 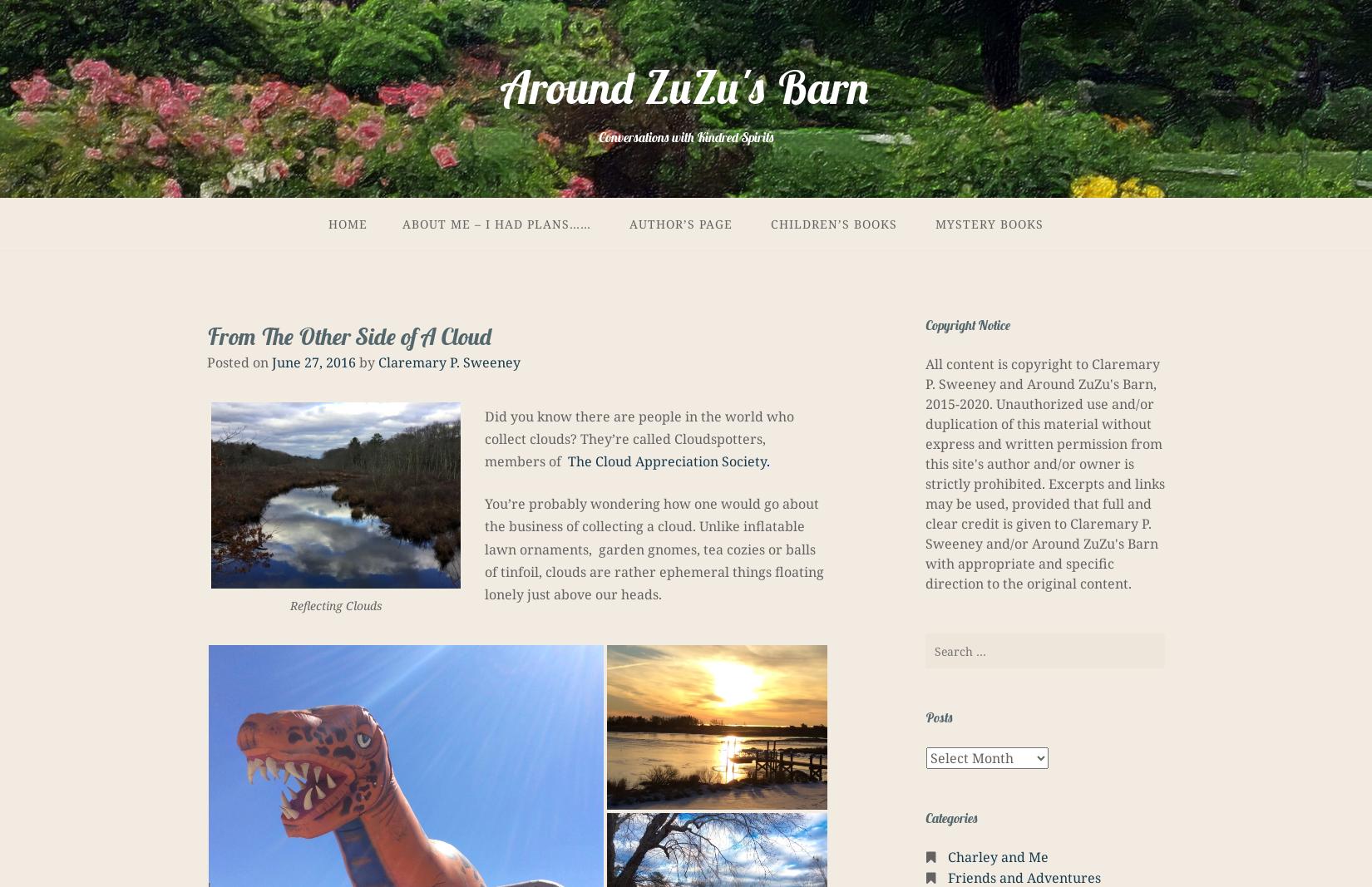 I want to click on 'Posted on', so click(x=206, y=361).